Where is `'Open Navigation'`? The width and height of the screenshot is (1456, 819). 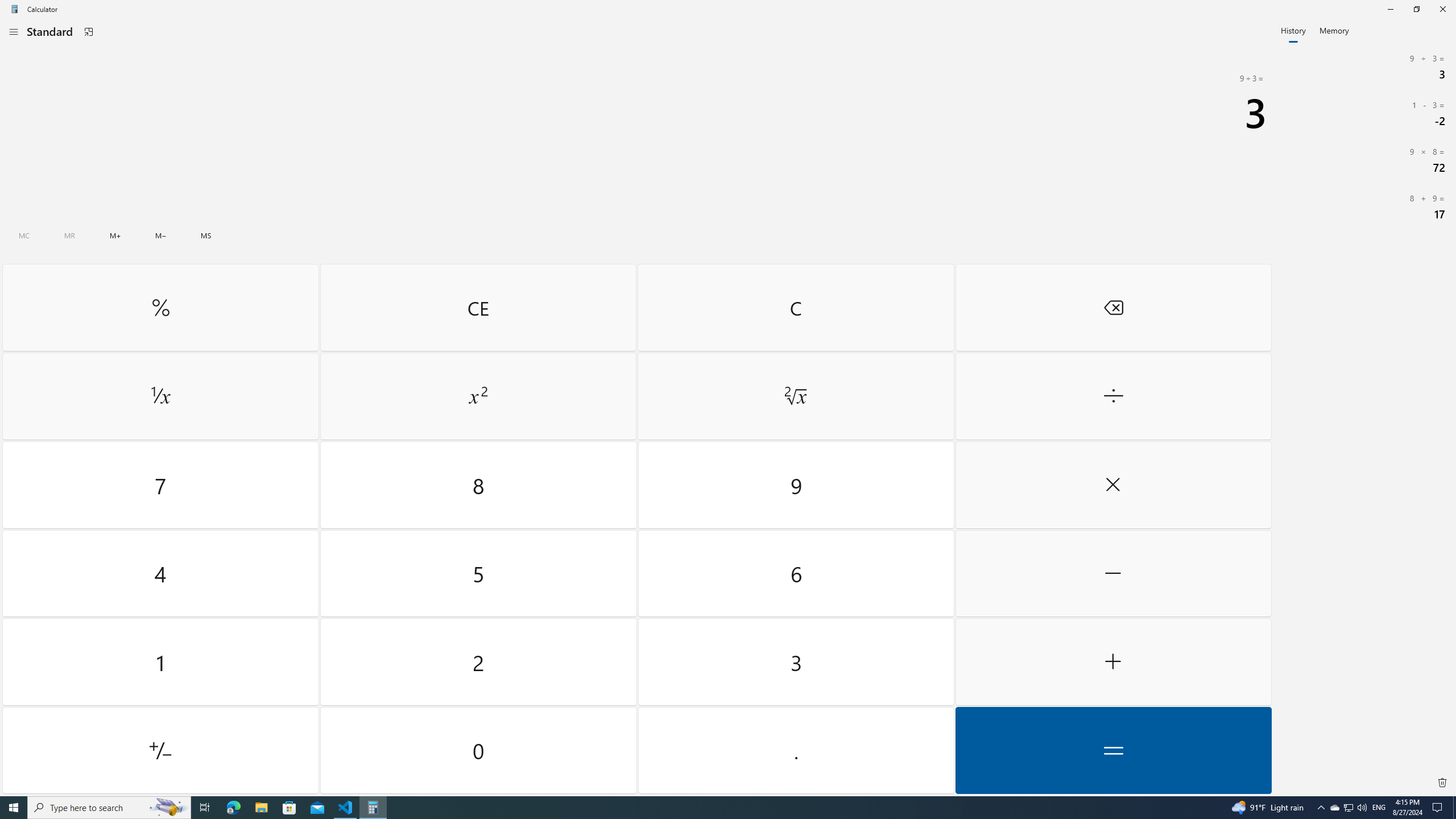 'Open Navigation' is located at coordinates (14, 31).